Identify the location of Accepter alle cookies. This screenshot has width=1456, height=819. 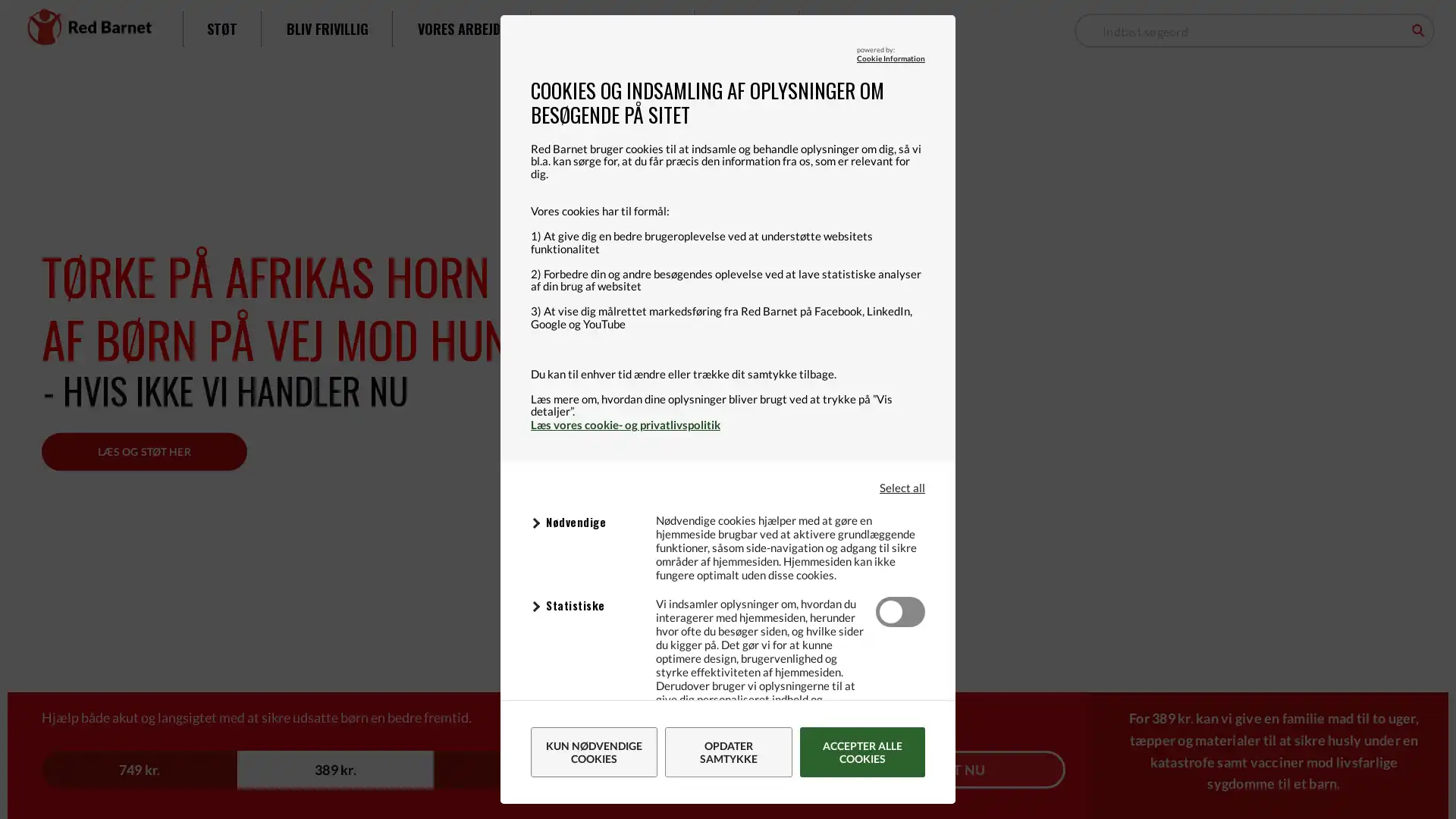
(861, 752).